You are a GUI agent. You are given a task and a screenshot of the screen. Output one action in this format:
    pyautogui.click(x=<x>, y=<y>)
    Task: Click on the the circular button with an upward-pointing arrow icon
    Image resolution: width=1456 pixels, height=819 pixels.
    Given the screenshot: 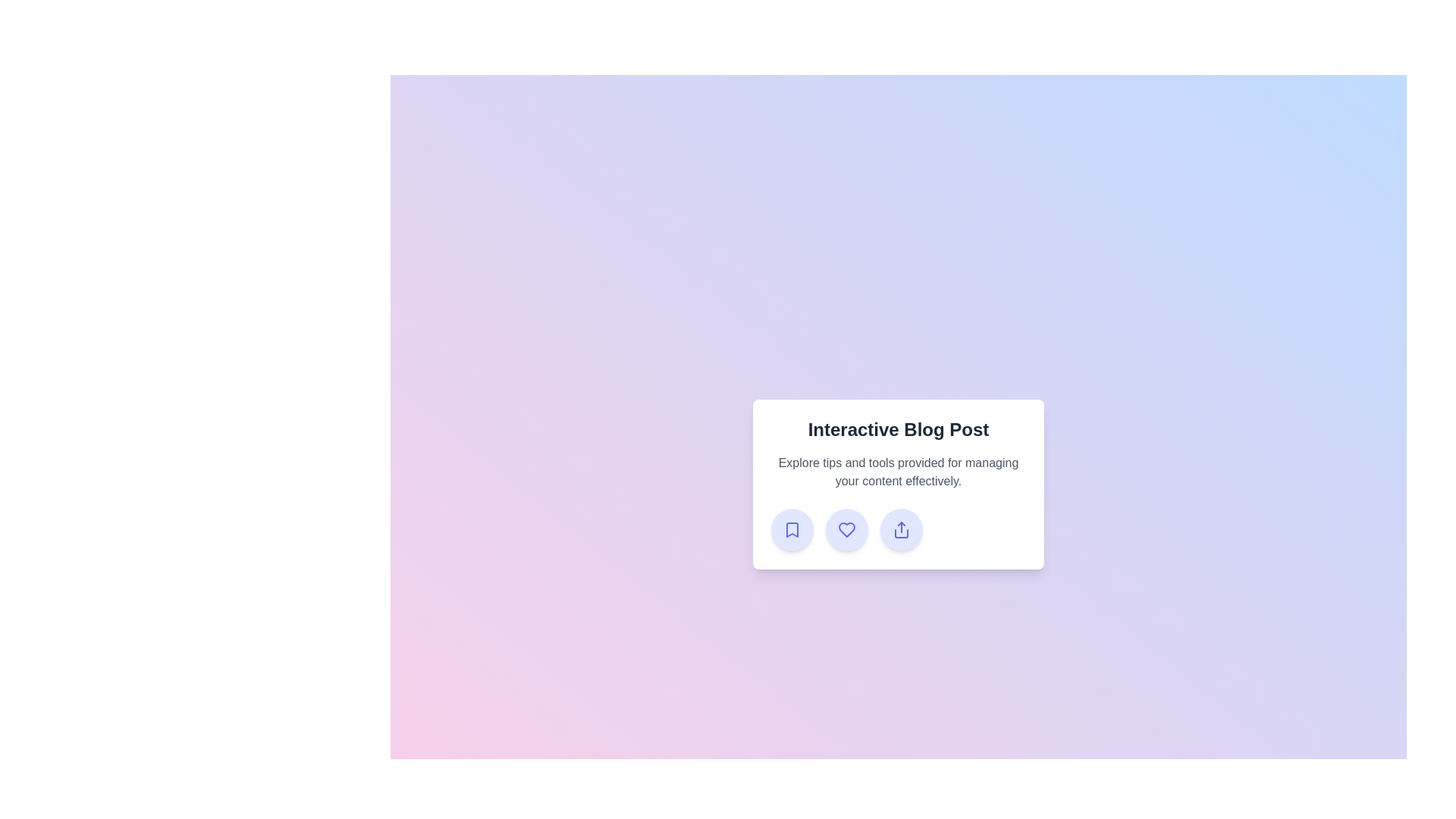 What is the action you would take?
    pyautogui.click(x=902, y=529)
    